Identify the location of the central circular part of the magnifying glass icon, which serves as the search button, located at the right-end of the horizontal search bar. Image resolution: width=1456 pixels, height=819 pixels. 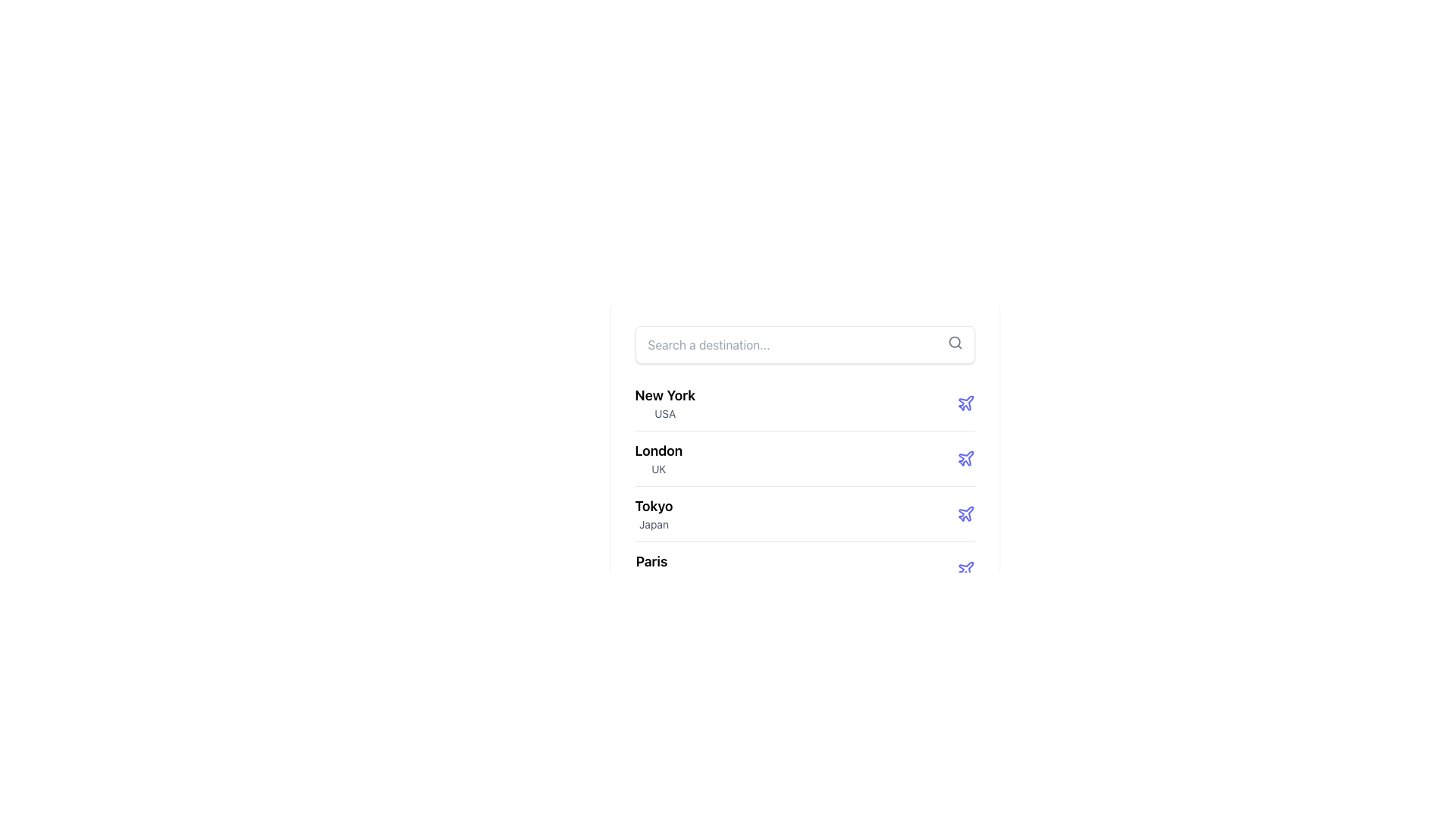
(953, 342).